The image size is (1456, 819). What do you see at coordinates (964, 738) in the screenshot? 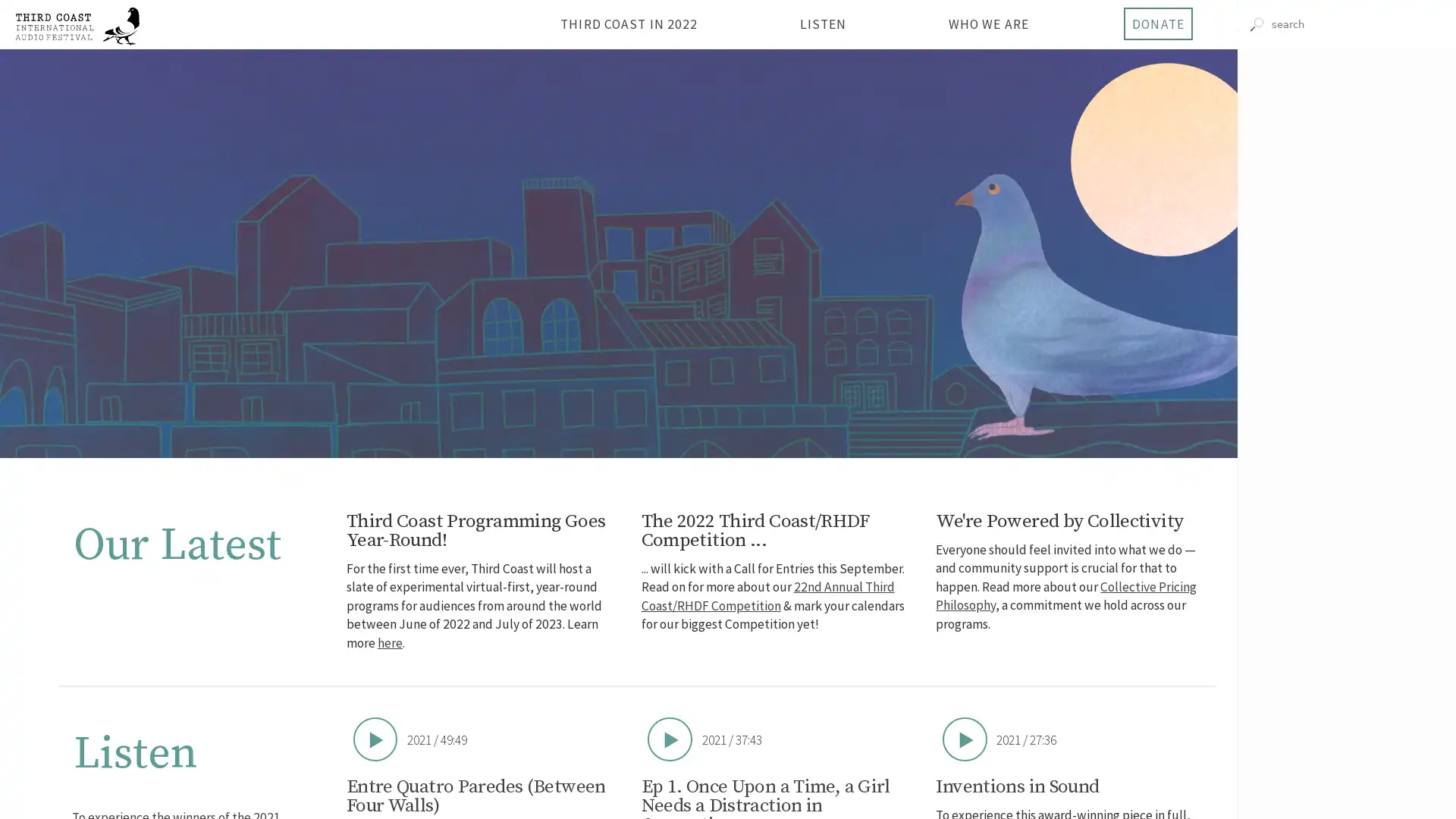
I see `Play Now` at bounding box center [964, 738].